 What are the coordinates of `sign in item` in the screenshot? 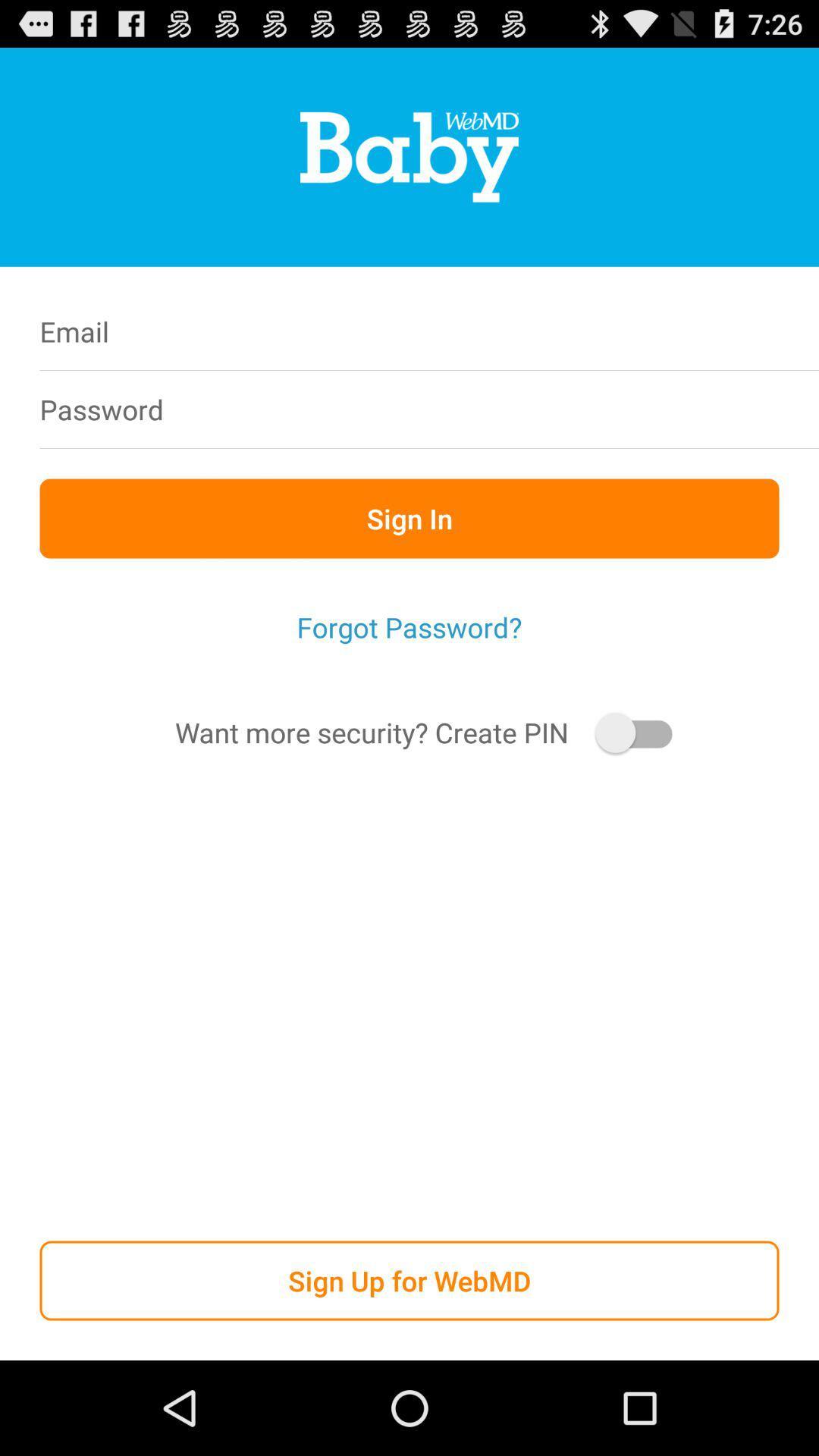 It's located at (409, 518).